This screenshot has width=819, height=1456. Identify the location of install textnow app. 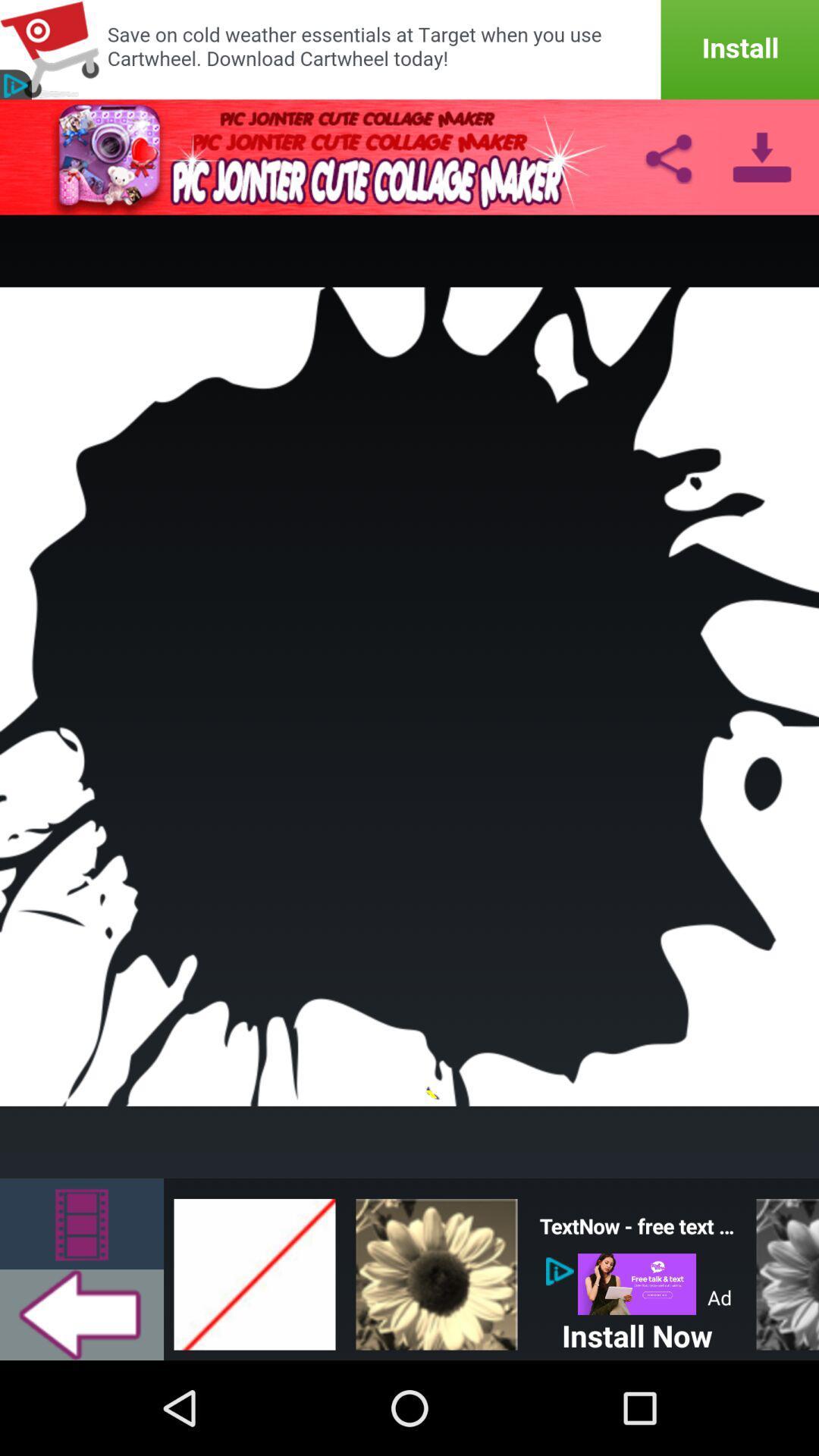
(637, 1283).